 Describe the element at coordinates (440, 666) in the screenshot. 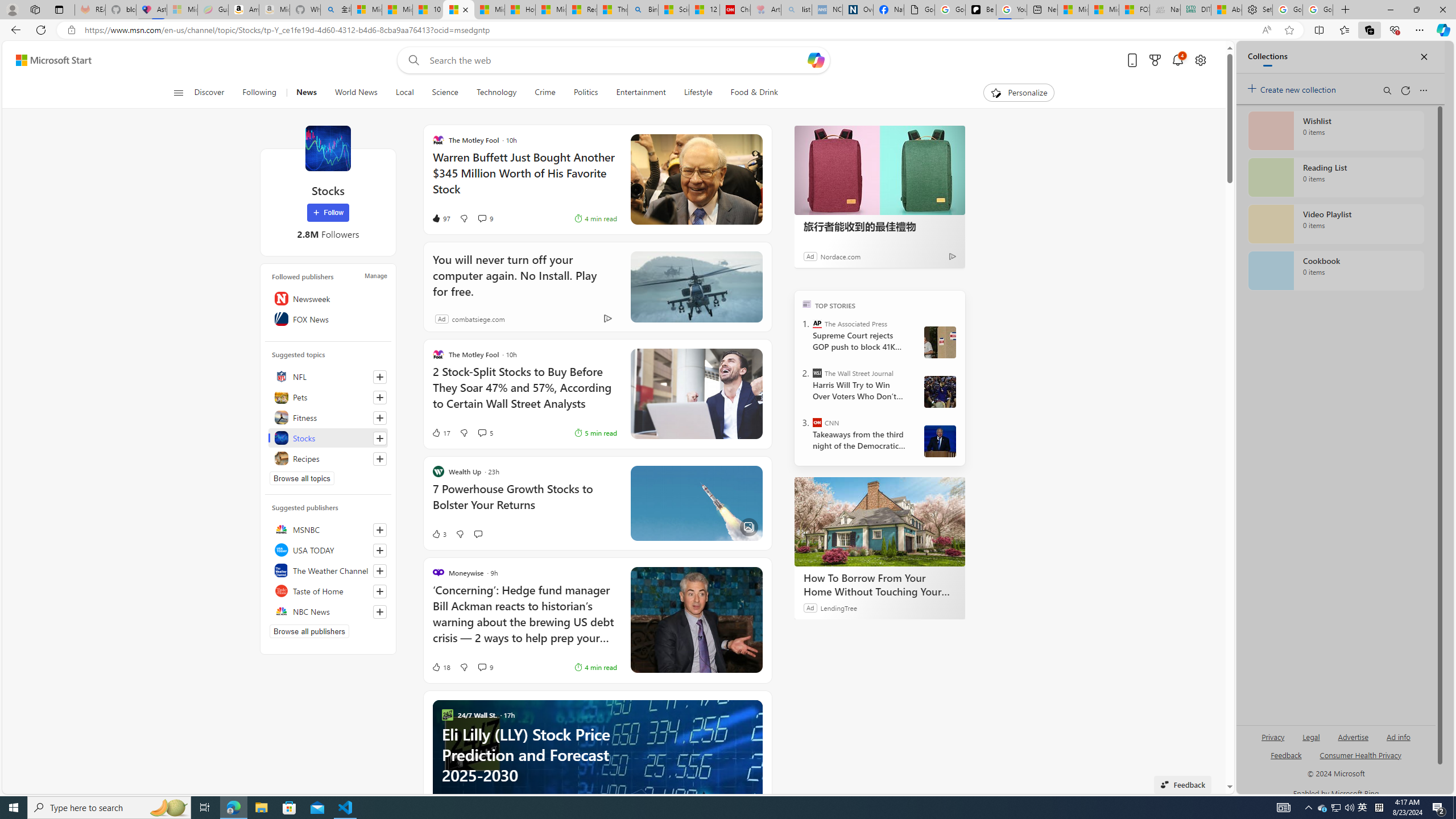

I see `'18 Like'` at that location.